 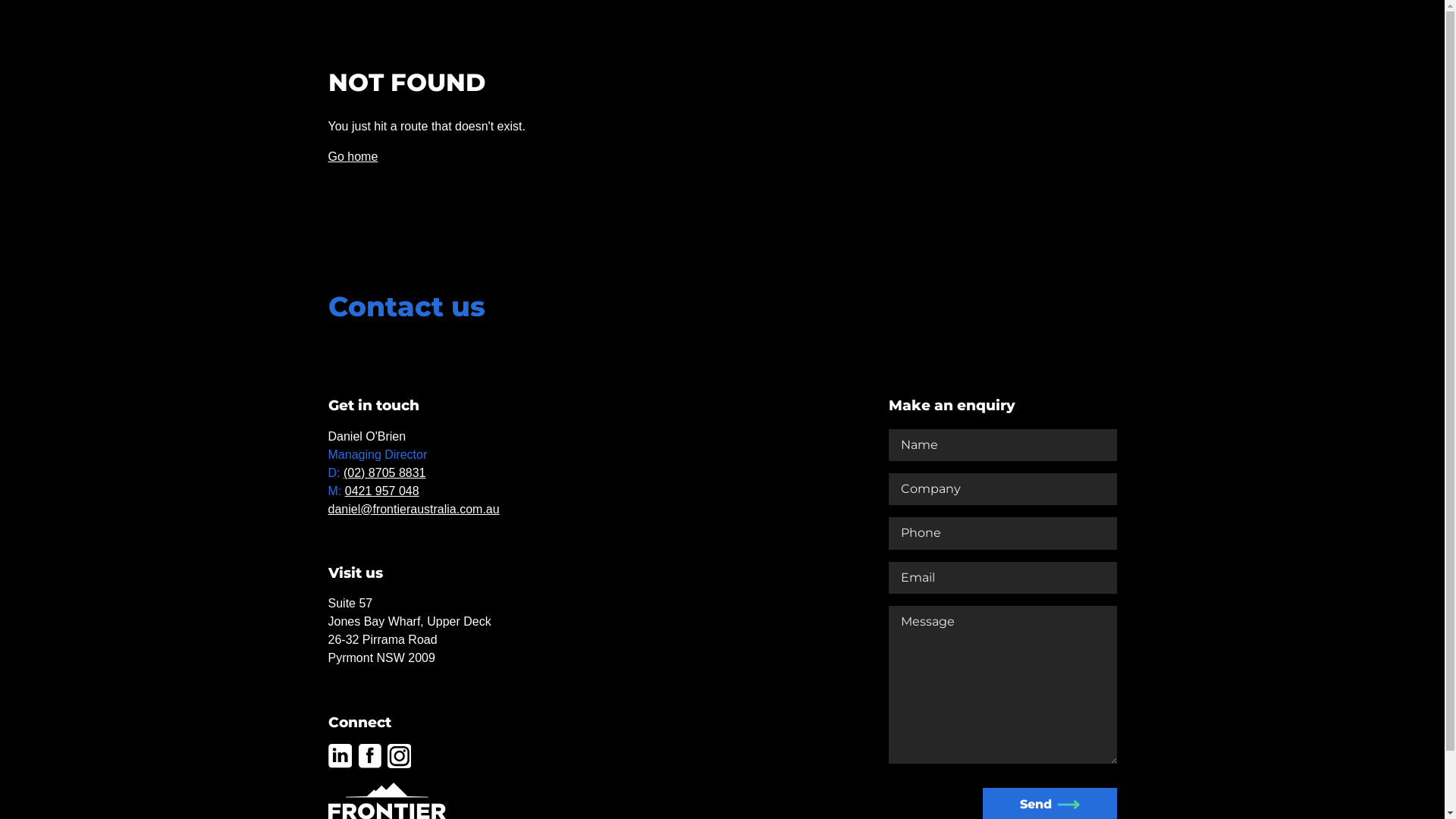 I want to click on '0421 957 048', so click(x=382, y=491).